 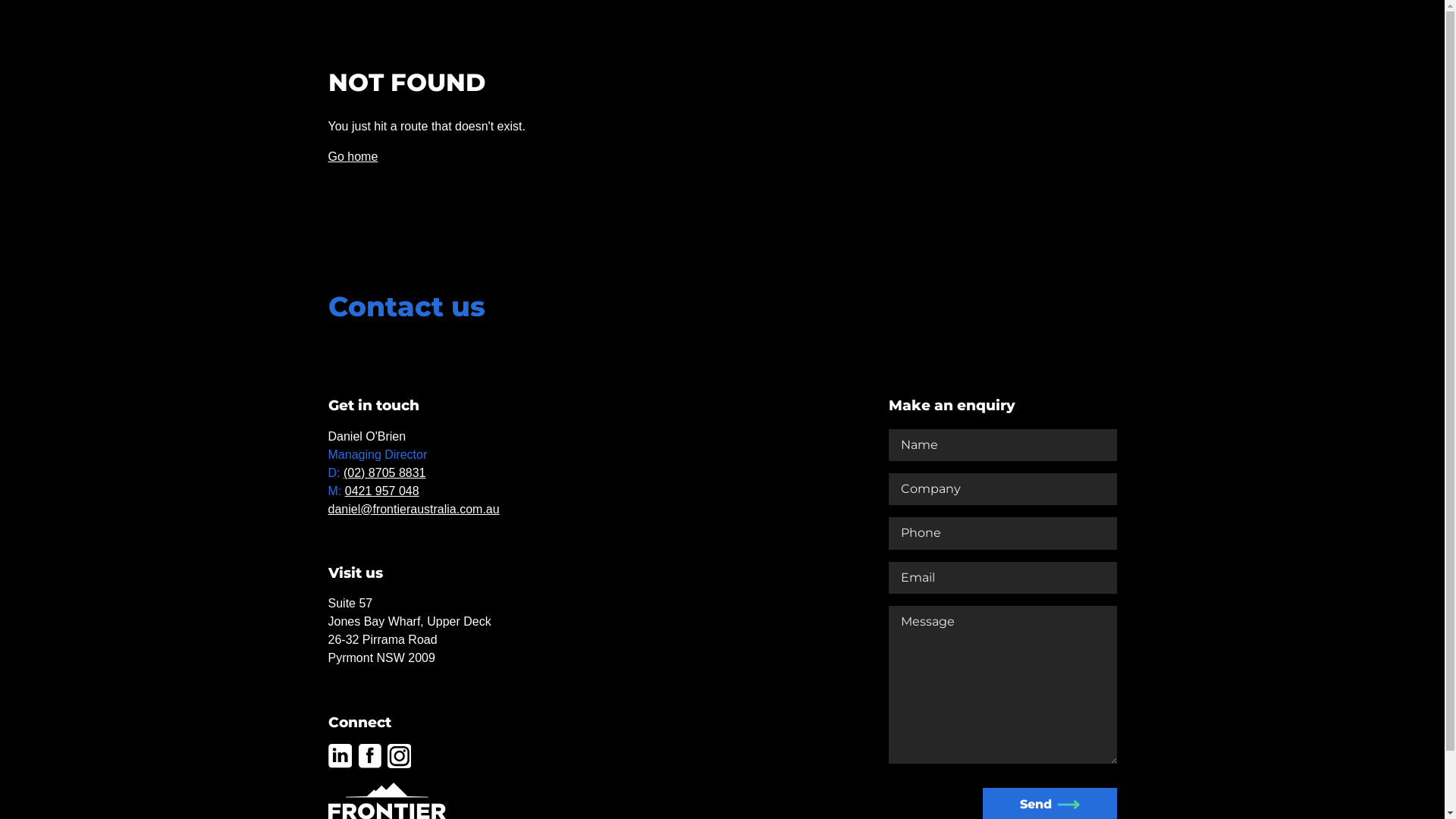 I want to click on '0421 957 048', so click(x=382, y=491).